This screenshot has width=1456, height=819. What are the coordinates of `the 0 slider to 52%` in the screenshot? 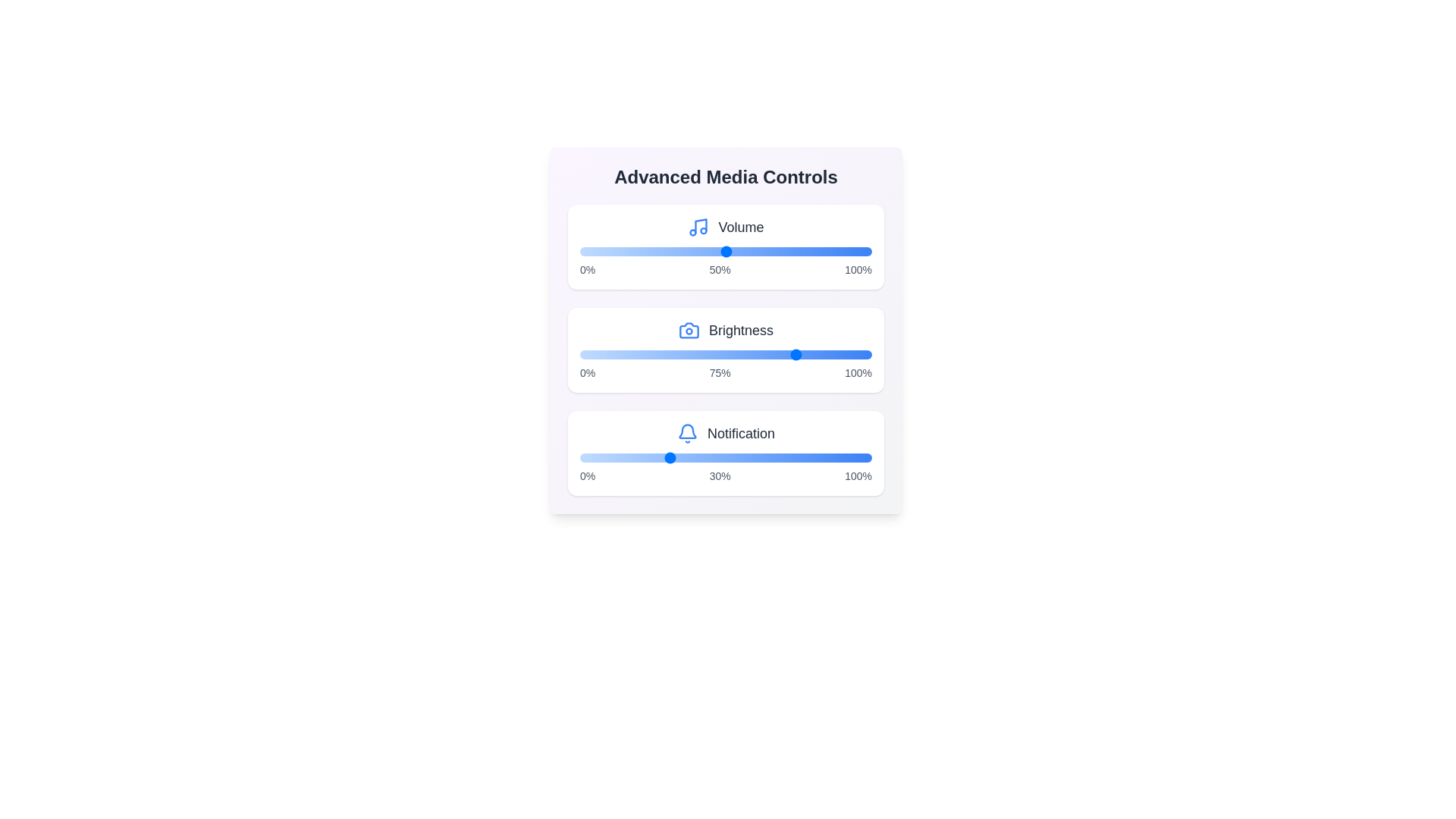 It's located at (732, 250).